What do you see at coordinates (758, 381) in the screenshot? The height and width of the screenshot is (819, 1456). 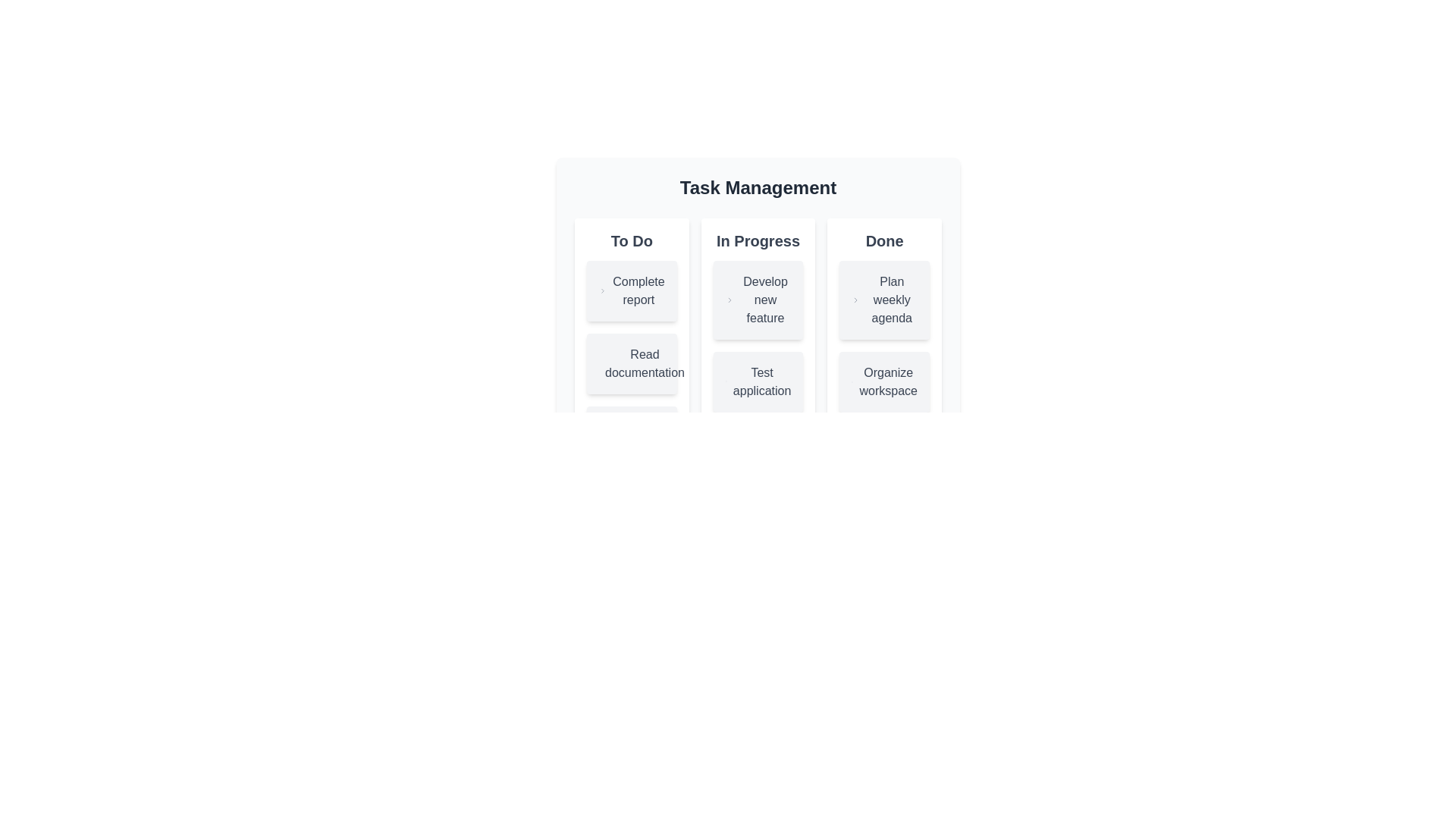 I see `the 'Test application' task card located in the 'In Progress' column of the 'Task Management' interface` at bounding box center [758, 381].